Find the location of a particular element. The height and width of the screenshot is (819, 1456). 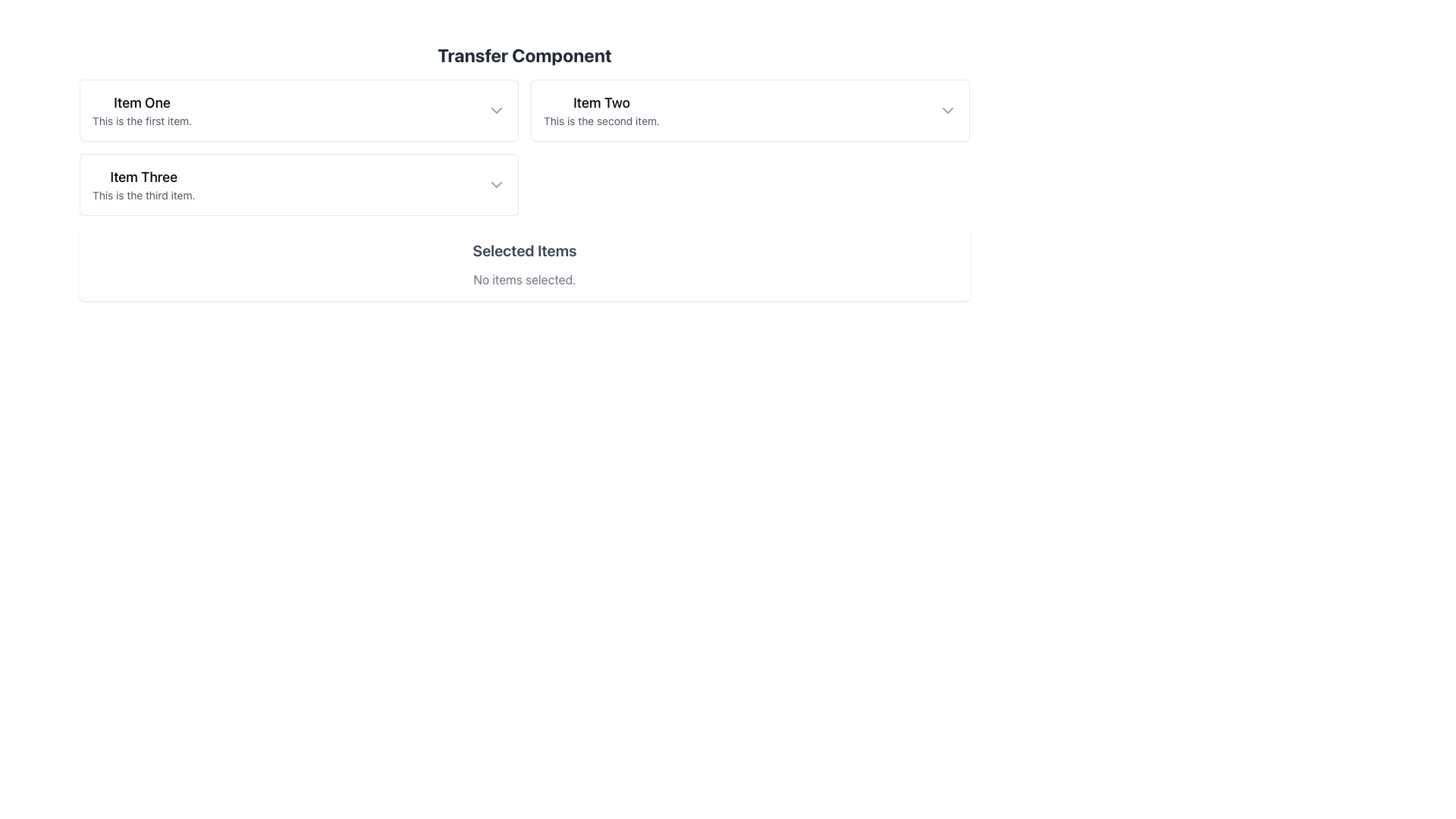

the text label reading 'This is the first item.' located beneath the bold header 'Item One' is located at coordinates (142, 120).